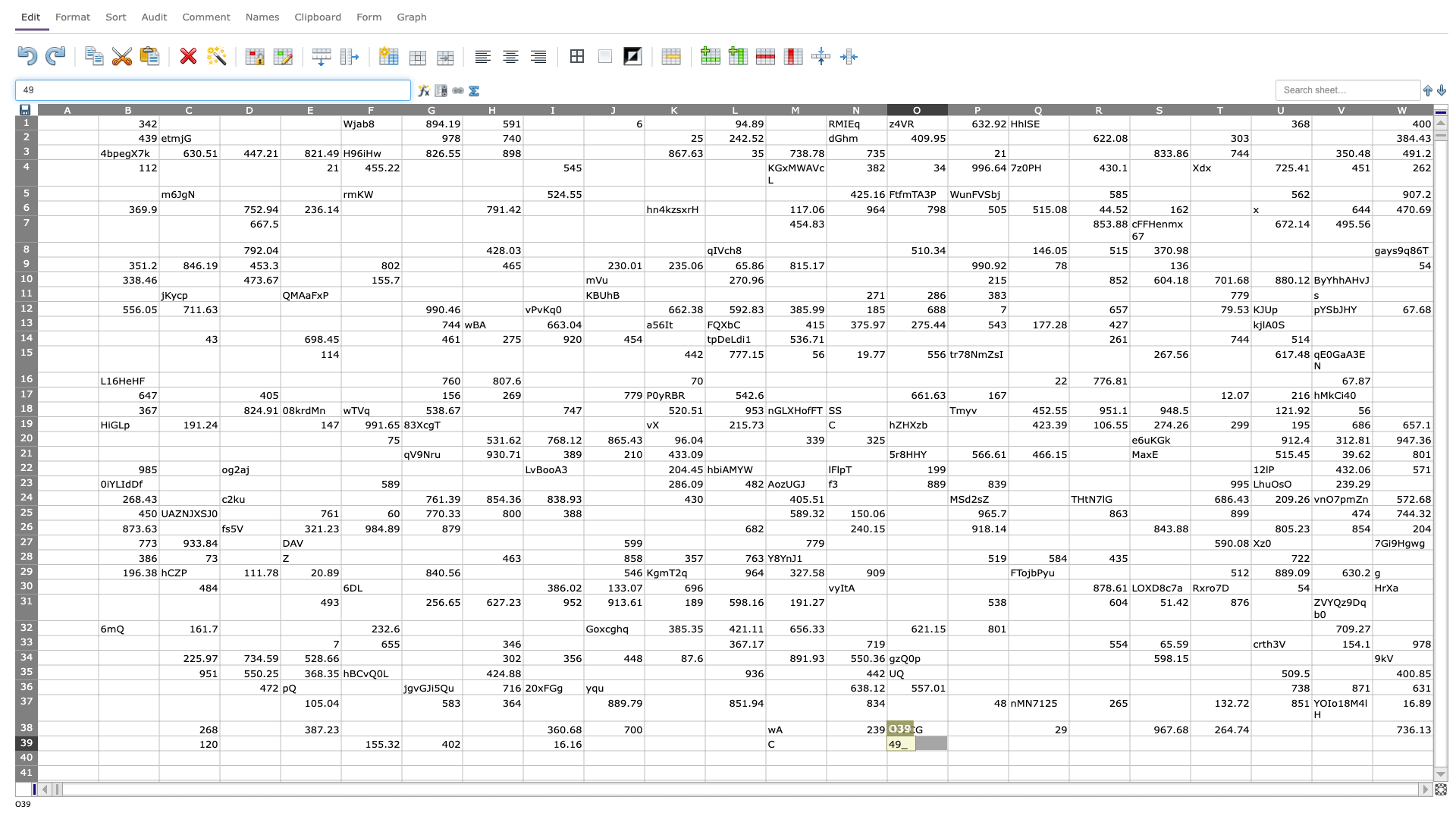  I want to click on Left margin of P39, so click(946, 742).